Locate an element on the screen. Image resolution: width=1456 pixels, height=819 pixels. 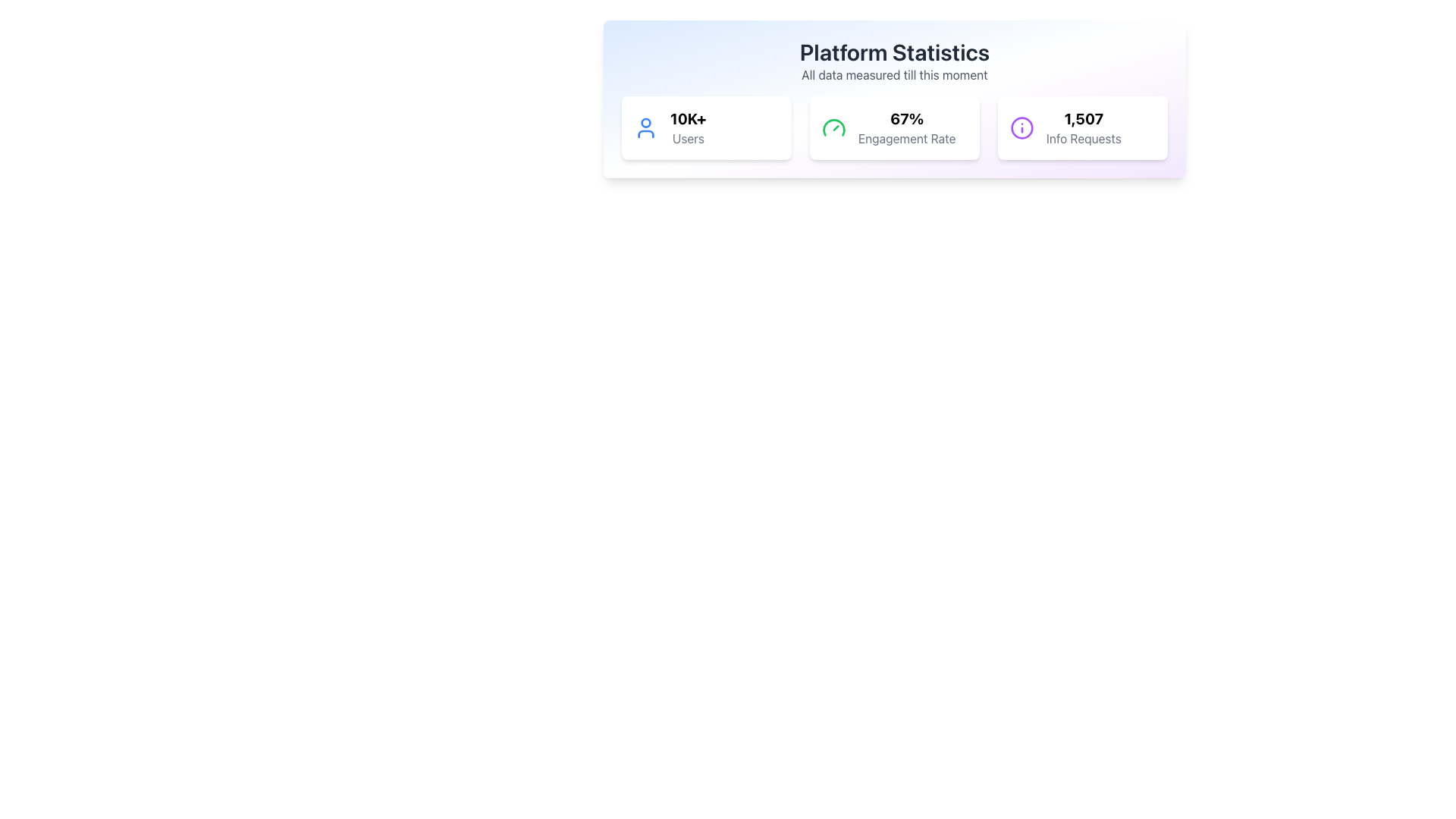
the middle rectangular card with a white background, rounded corners, and a green half-circle gauge icon, containing '67%' in bold black text and 'Engagement Rate' in smaller gray text, located under 'Platform Statistics' is located at coordinates (895, 127).